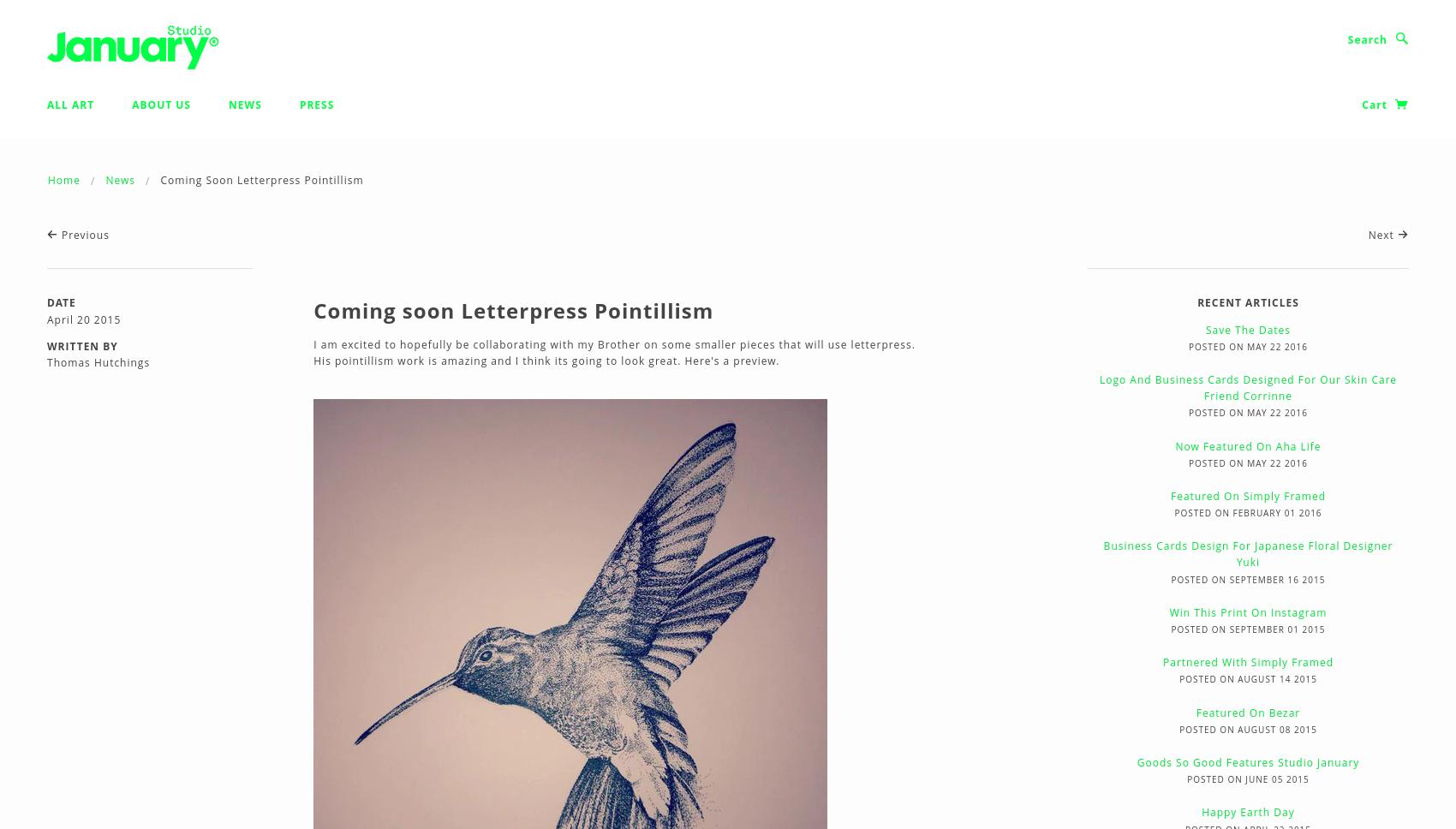 This screenshot has width=1456, height=829. I want to click on 'Now Featured on Aha Life', so click(1247, 445).